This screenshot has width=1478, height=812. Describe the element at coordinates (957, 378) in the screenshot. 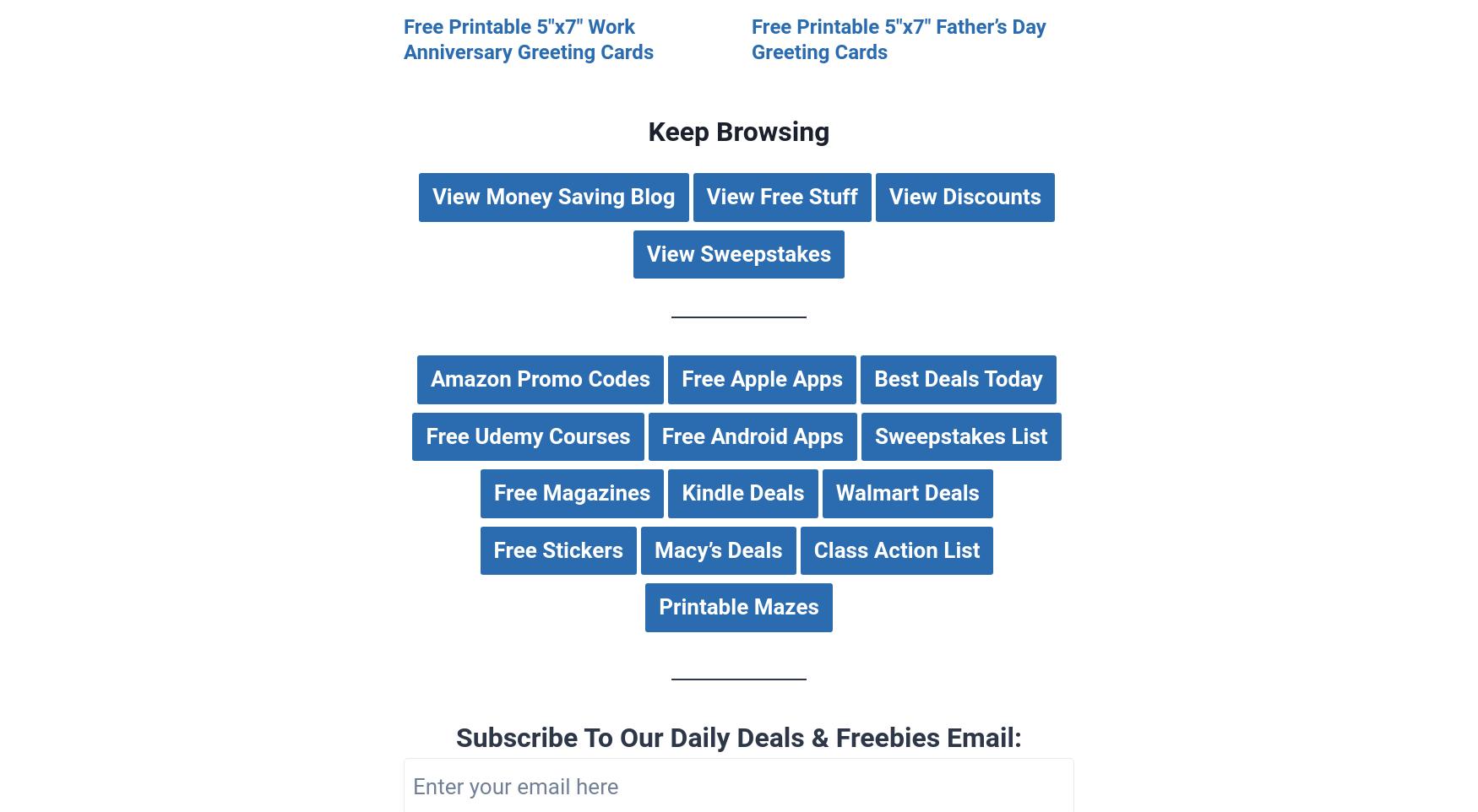

I see `'Best Deals Today'` at that location.